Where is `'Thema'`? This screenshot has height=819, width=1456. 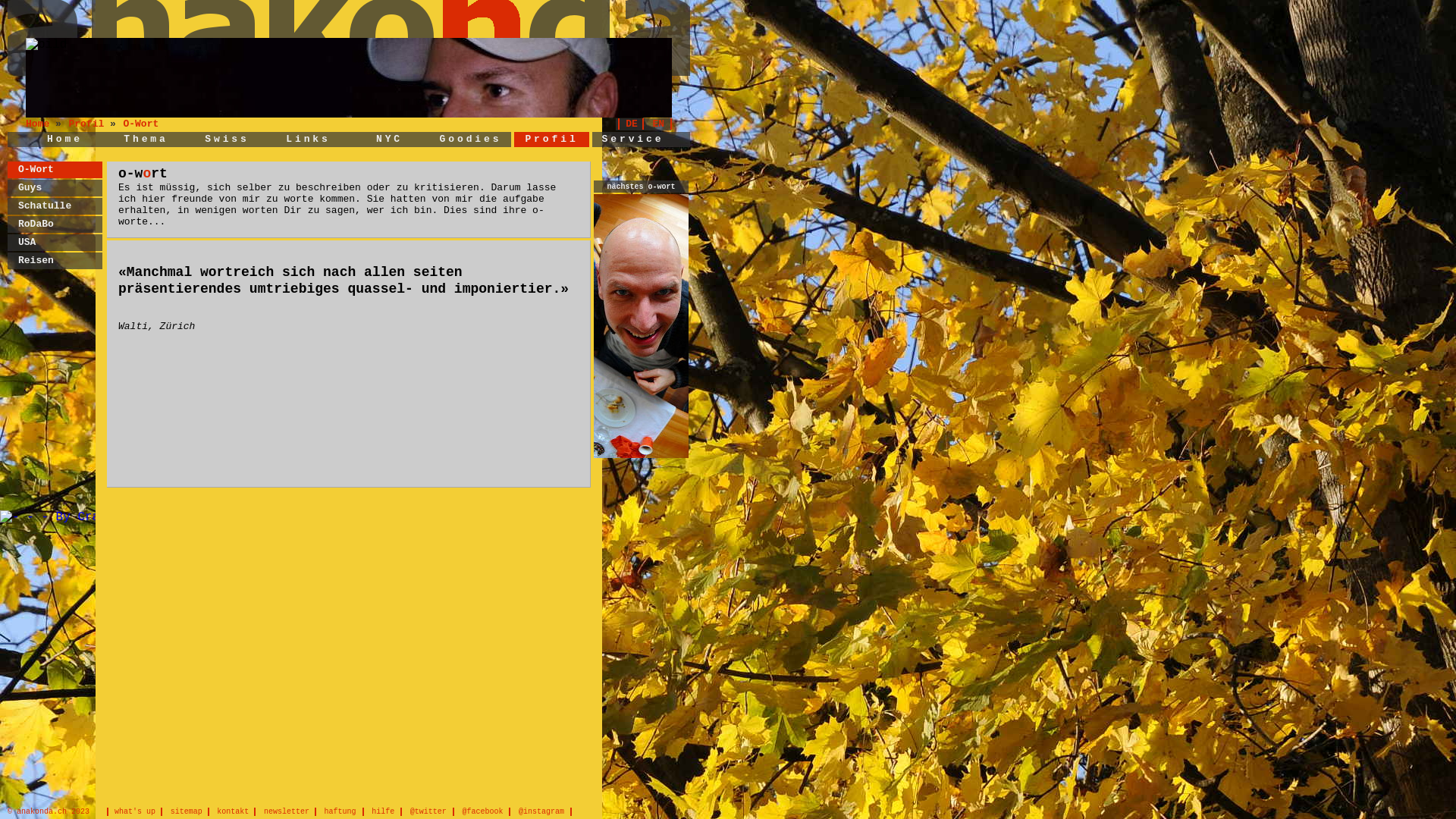 'Thema' is located at coordinates (146, 139).